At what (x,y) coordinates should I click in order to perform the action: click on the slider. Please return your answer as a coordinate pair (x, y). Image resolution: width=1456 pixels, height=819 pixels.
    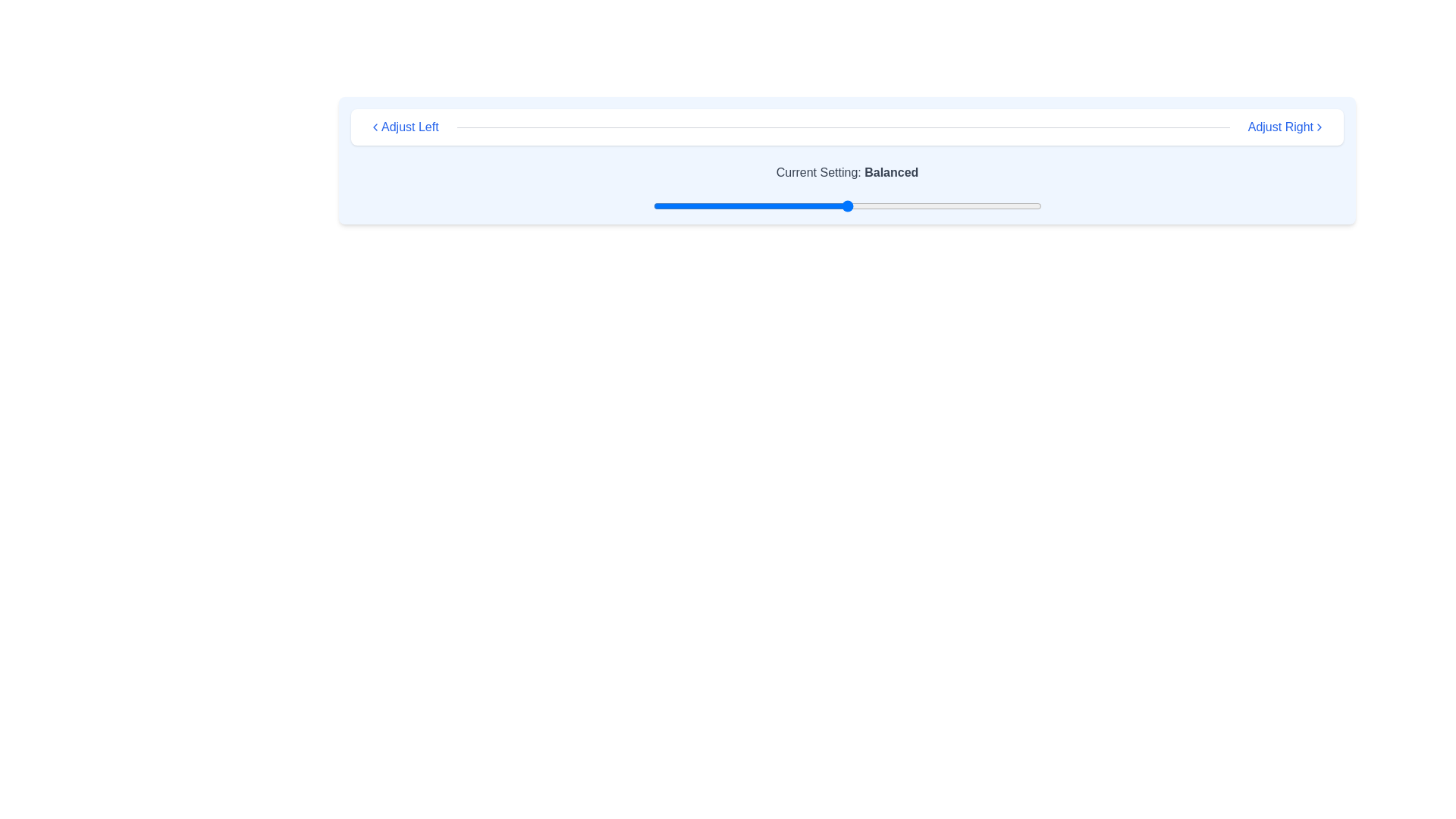
    Looking at the image, I should click on (893, 206).